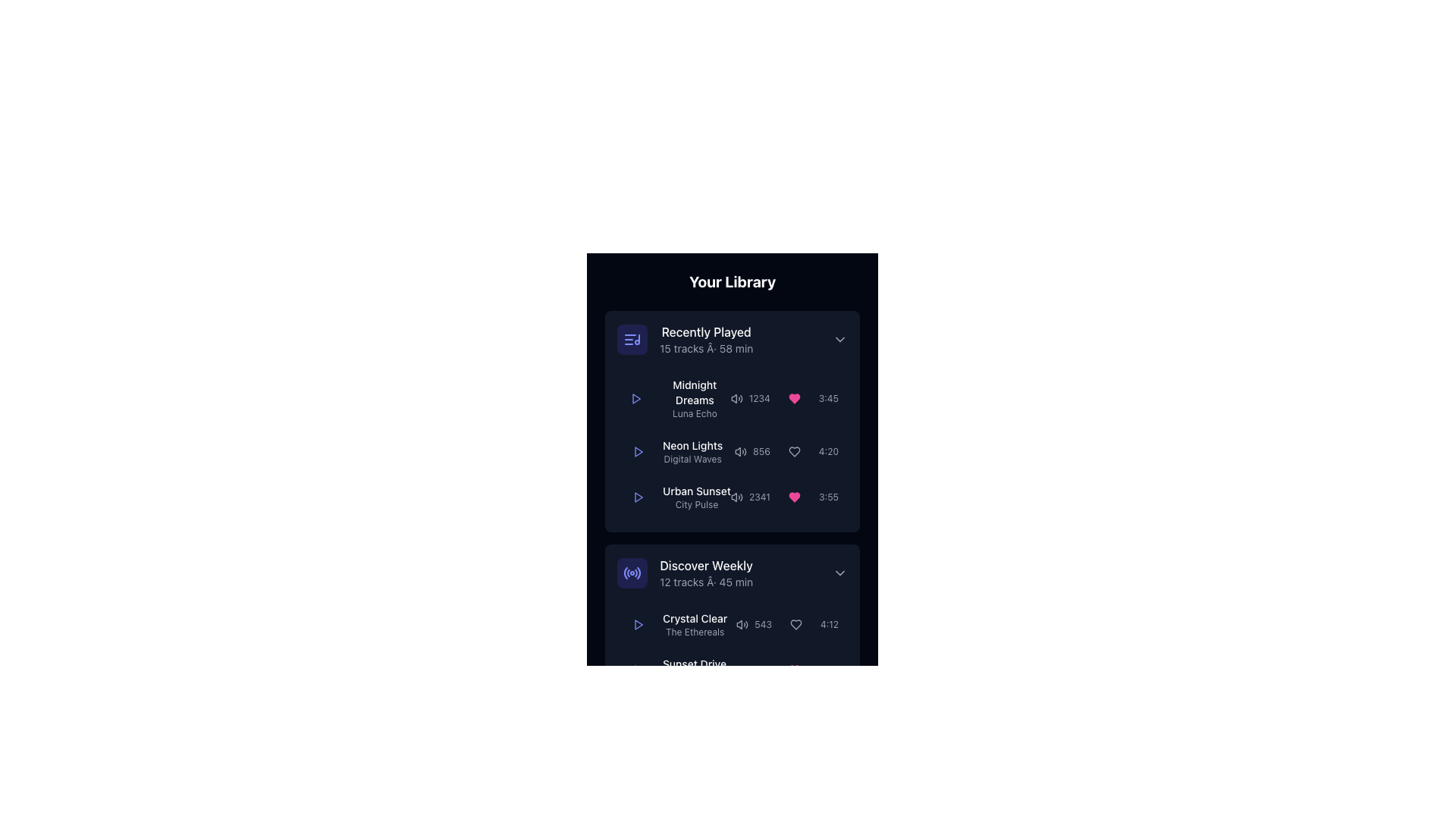 This screenshot has width=1456, height=819. Describe the element at coordinates (638, 625) in the screenshot. I see `the triangular play icon button outlined in light indigo color located on the right side of the 'Crystal Clear' song entry in the 'Discover Weekly' section` at that location.